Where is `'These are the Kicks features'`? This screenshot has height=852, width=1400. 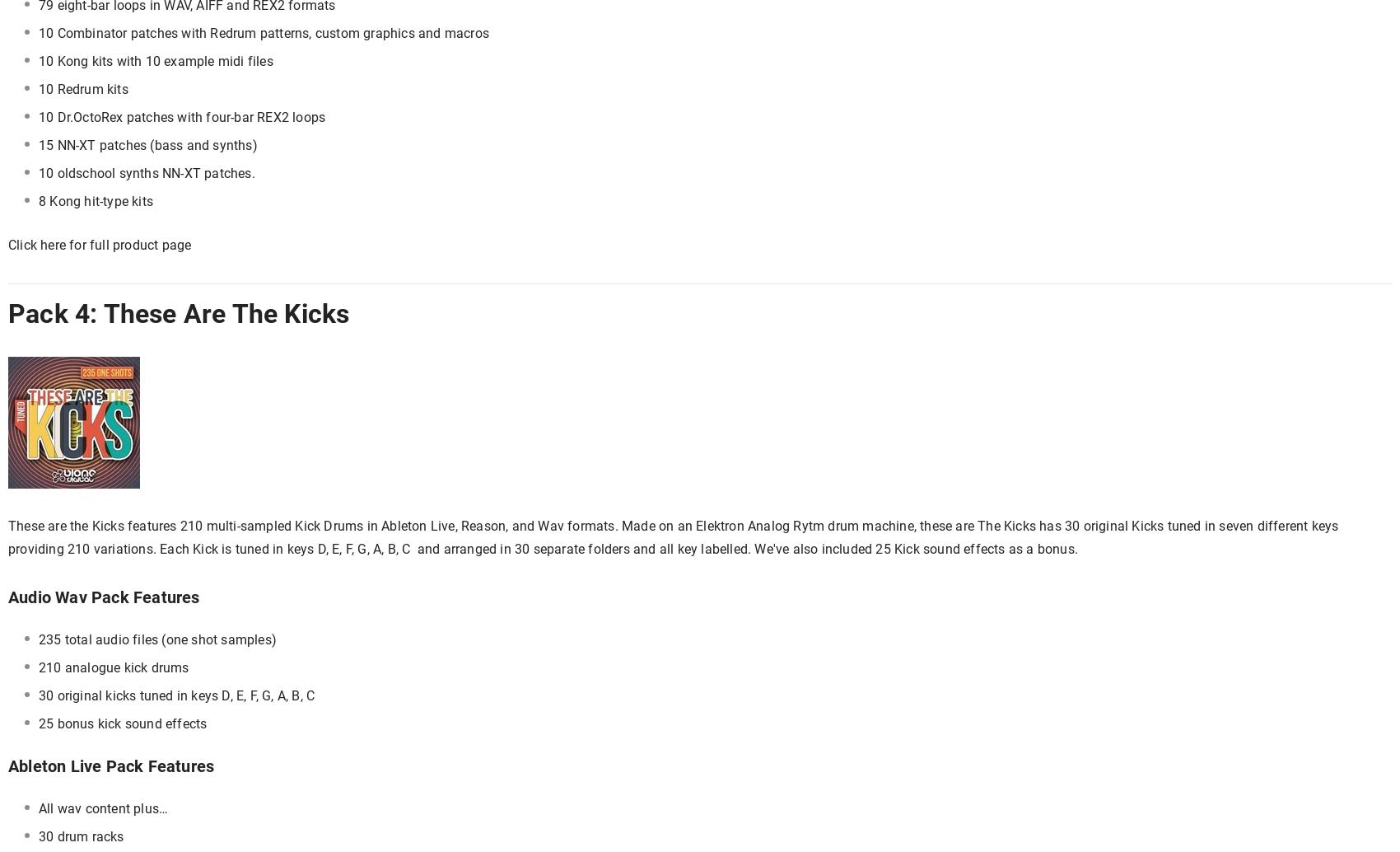 'These are the Kicks features' is located at coordinates (93, 526).